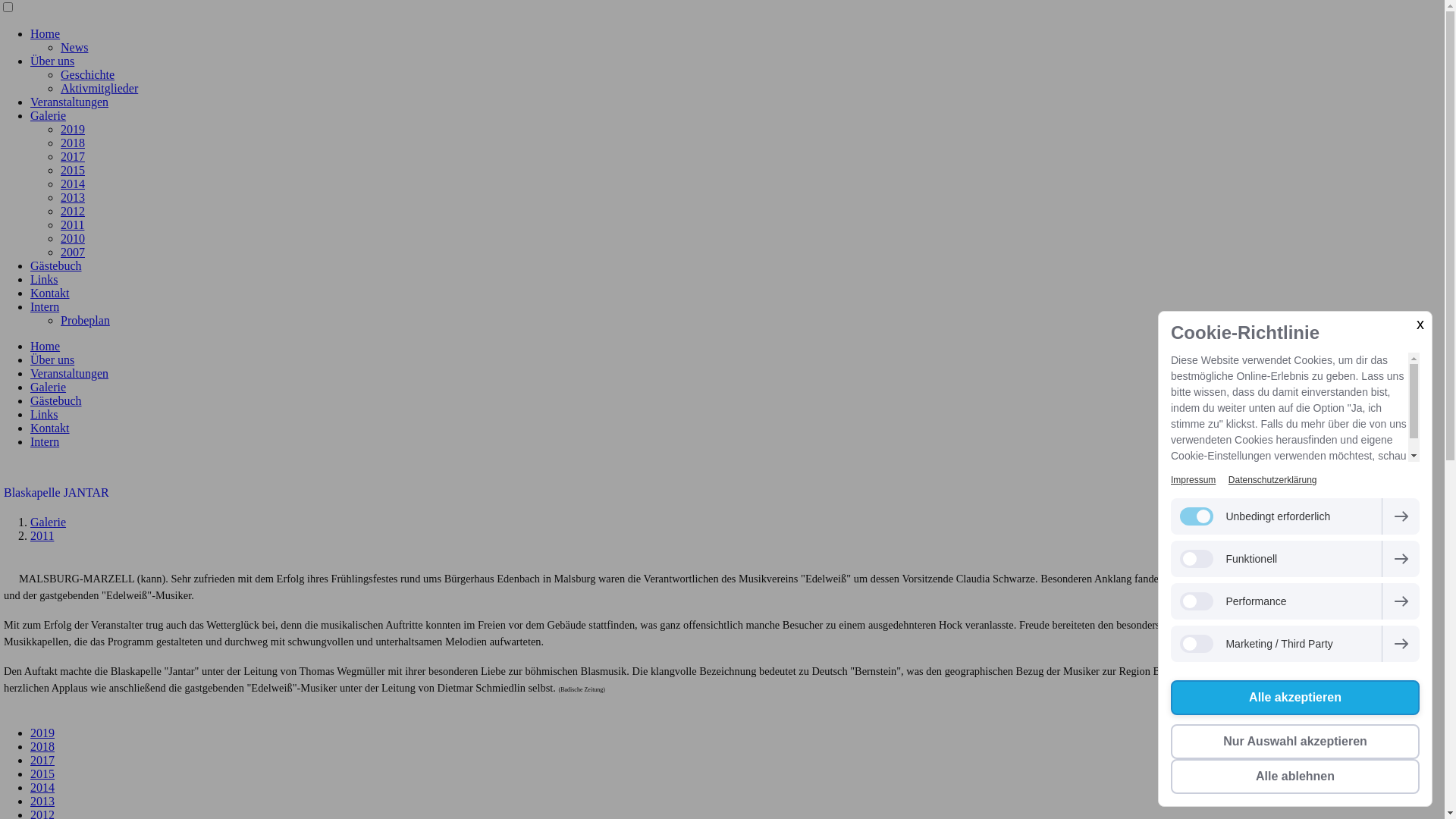  I want to click on '2019', so click(42, 732).